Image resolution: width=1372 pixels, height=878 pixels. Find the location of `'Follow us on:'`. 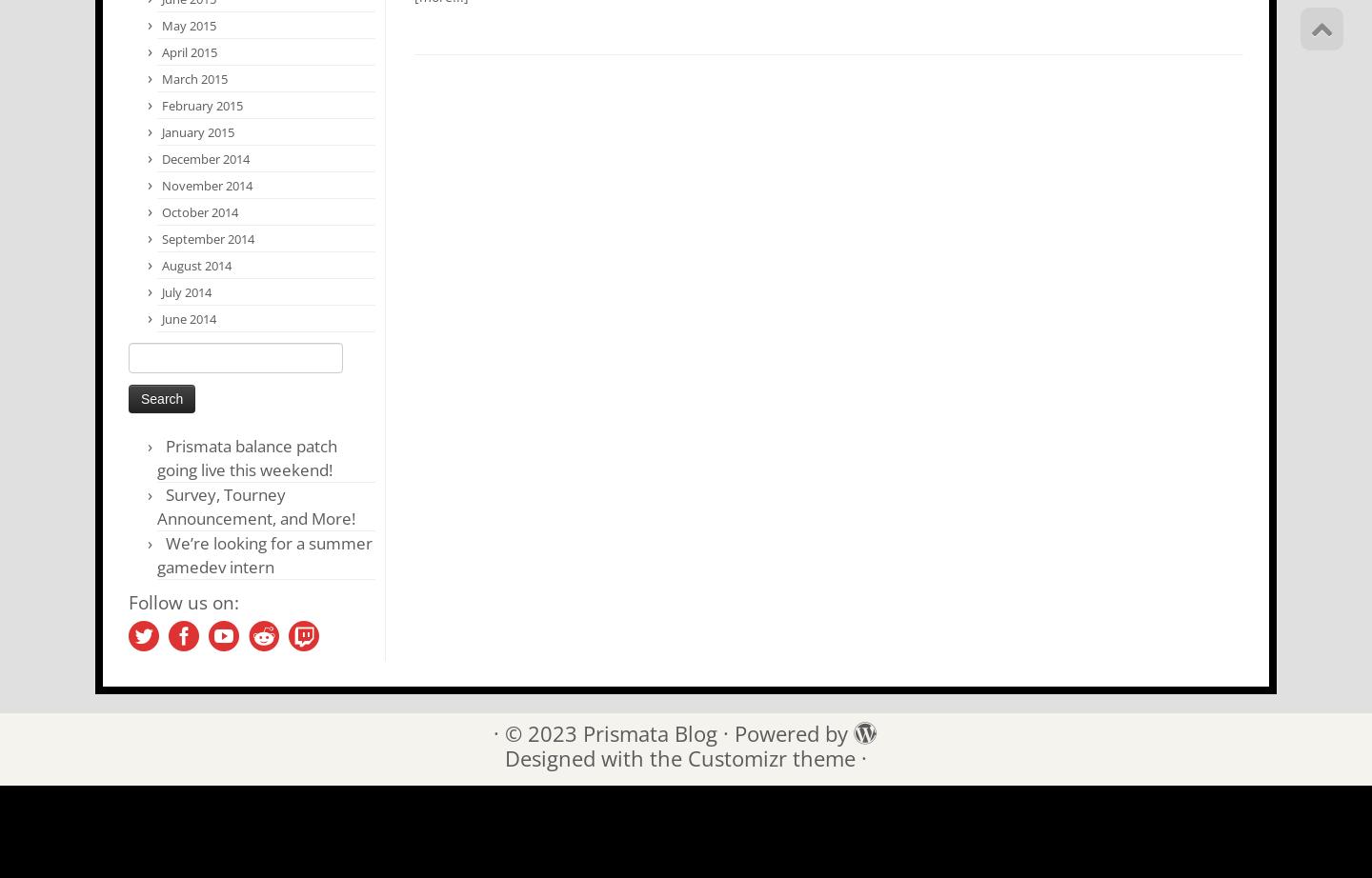

'Follow us on:' is located at coordinates (183, 602).